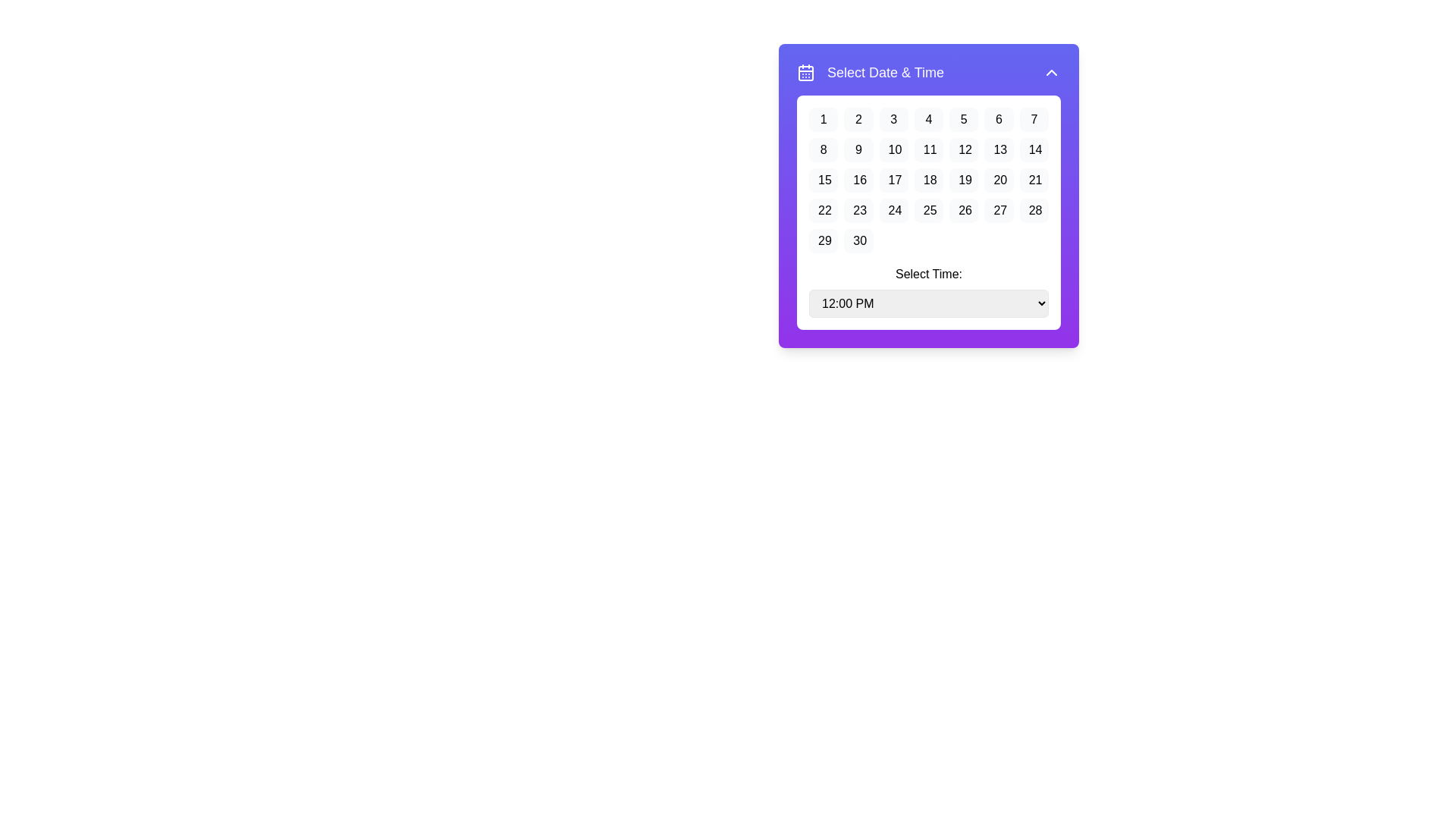 Image resolution: width=1456 pixels, height=819 pixels. What do you see at coordinates (823, 210) in the screenshot?
I see `the selectable date button located in the first column of the fourth row in the calendar interface` at bounding box center [823, 210].